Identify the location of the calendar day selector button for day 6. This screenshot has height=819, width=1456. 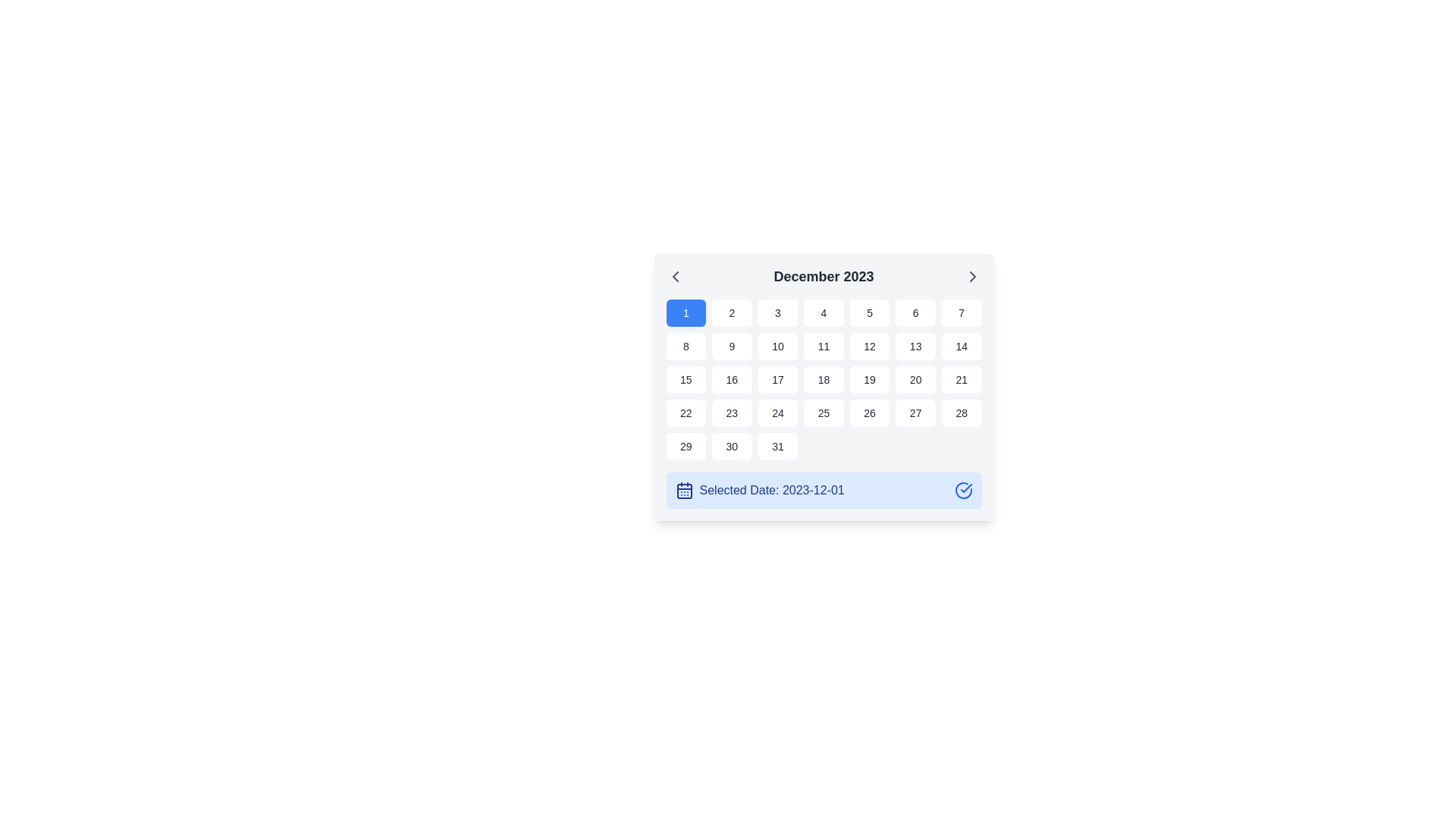
(915, 312).